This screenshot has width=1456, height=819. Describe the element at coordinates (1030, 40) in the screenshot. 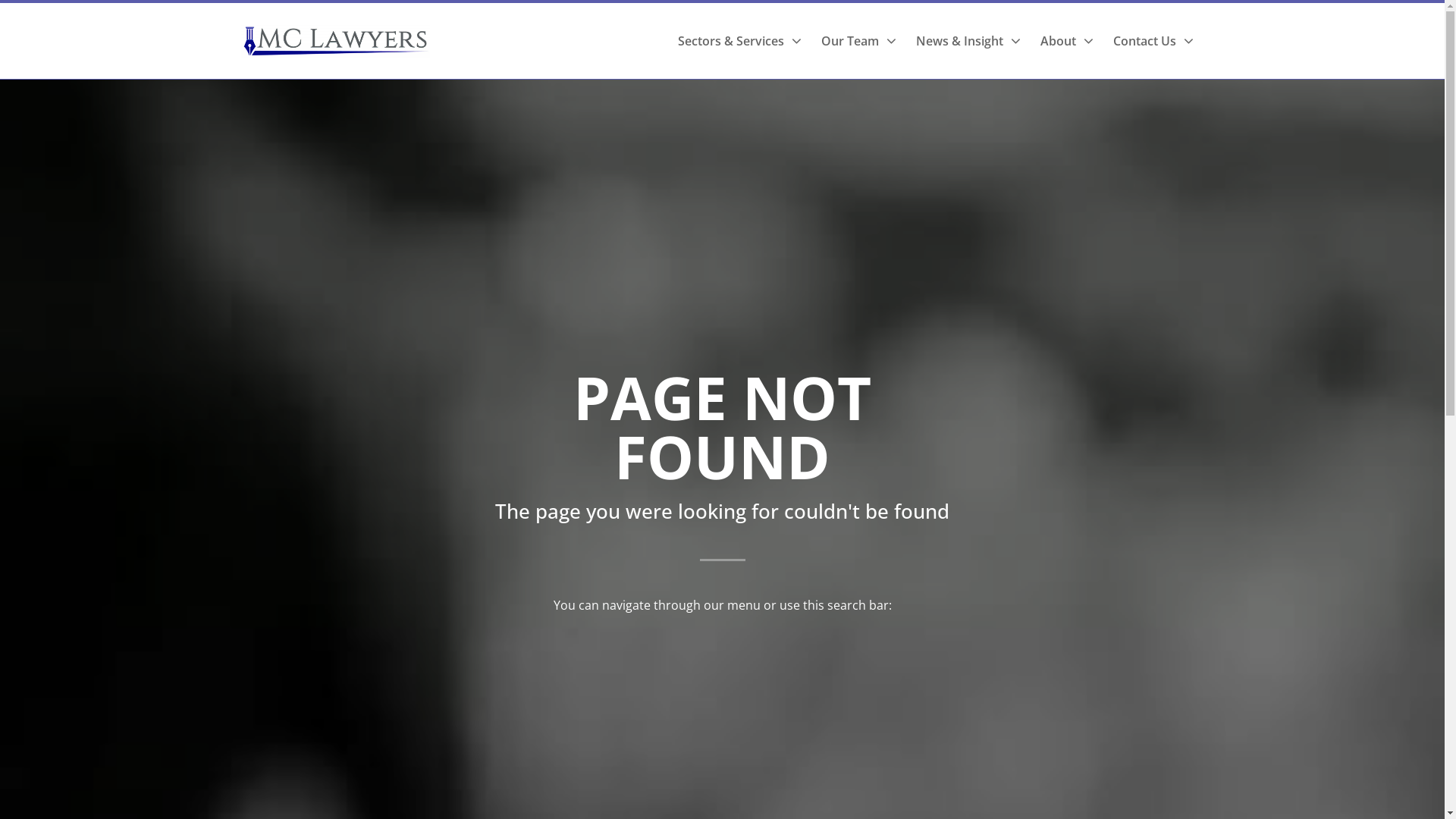

I see `'About'` at that location.